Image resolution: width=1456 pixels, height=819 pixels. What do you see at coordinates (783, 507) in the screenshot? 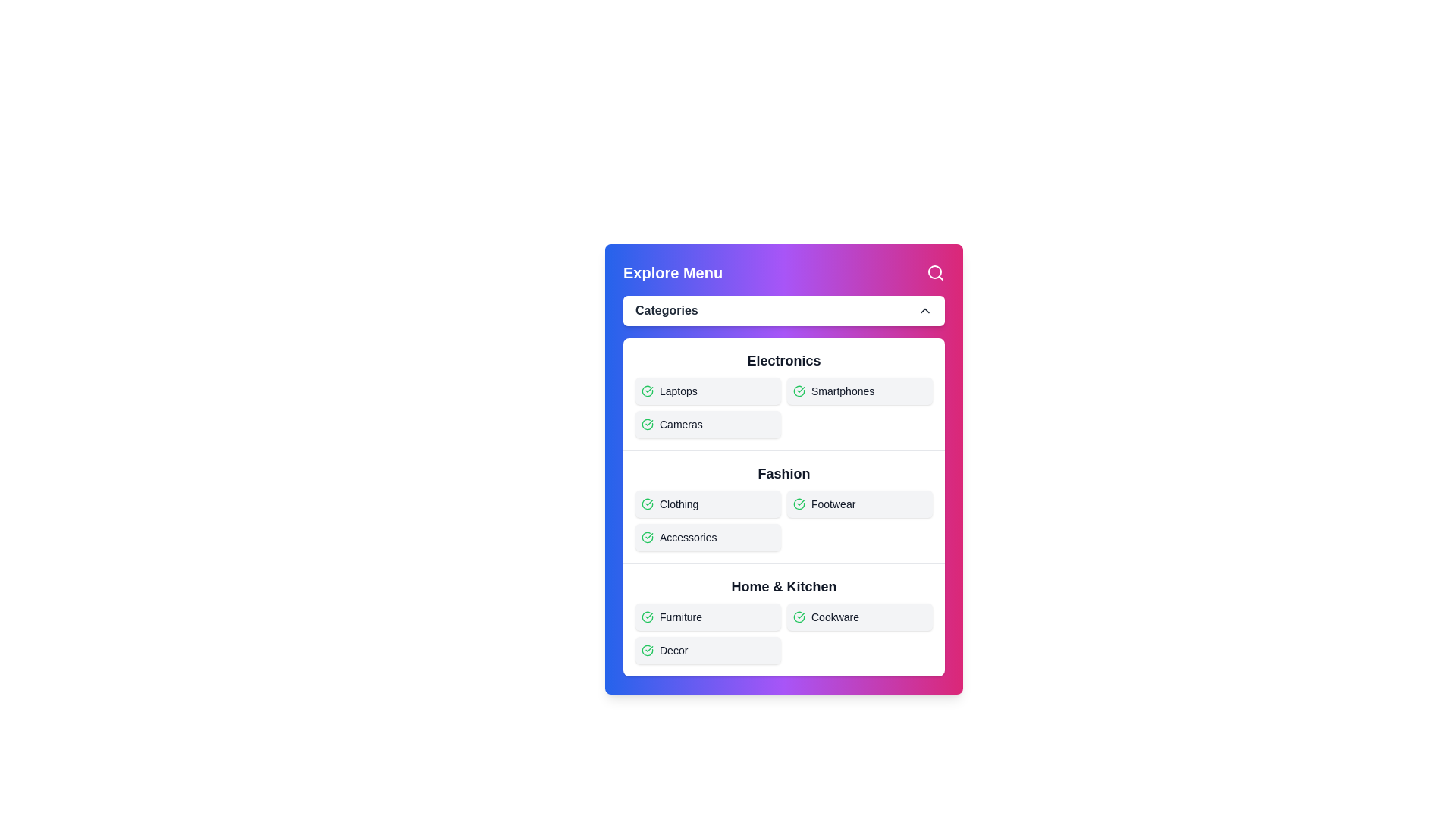
I see `the Fashion category section in the menu` at bounding box center [783, 507].